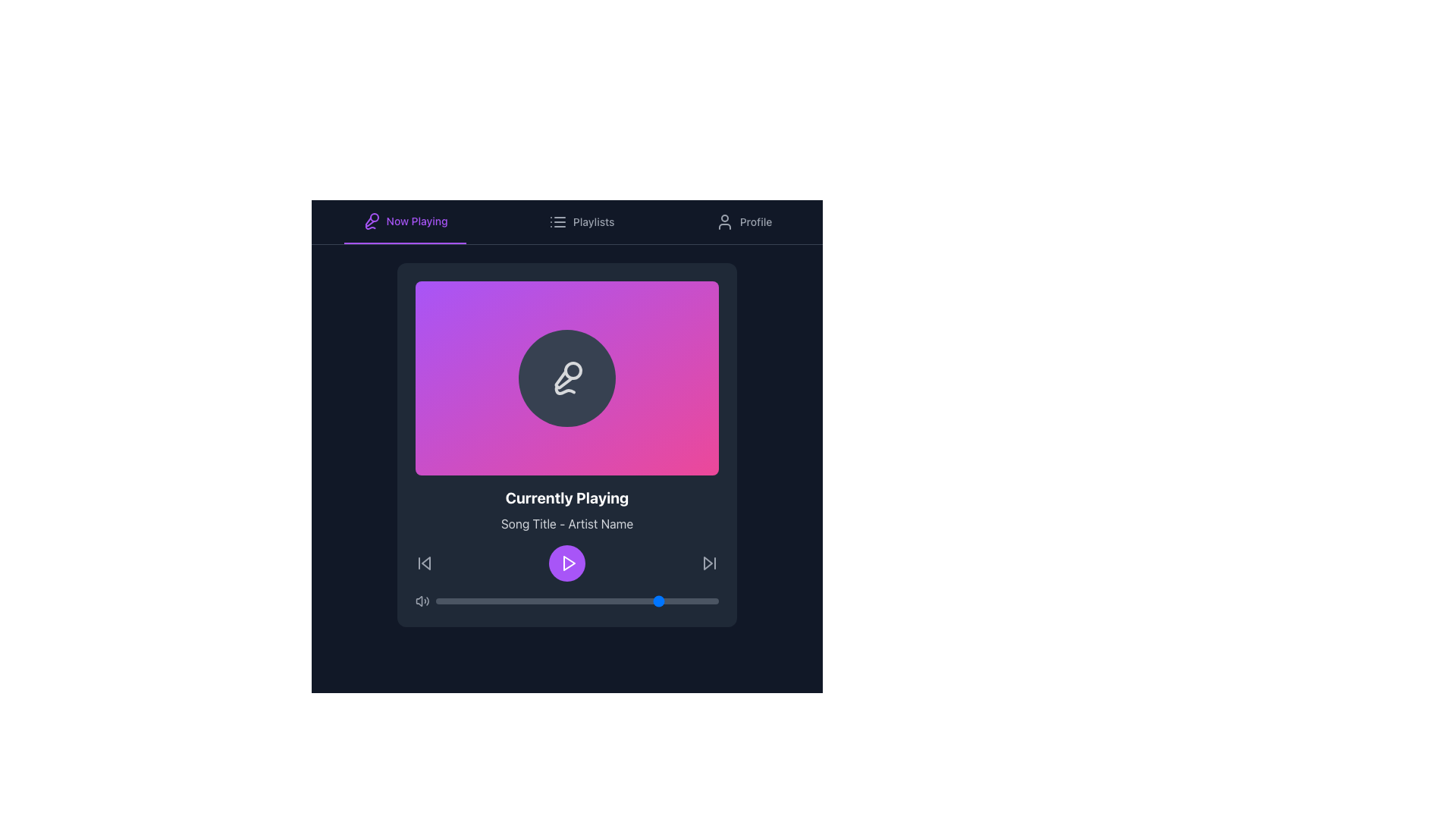 Image resolution: width=1456 pixels, height=819 pixels. I want to click on the leftmost trapezoid-shaped SVG element of the speaker volume control icon located at the bottom left of the media playback panel, so click(419, 601).